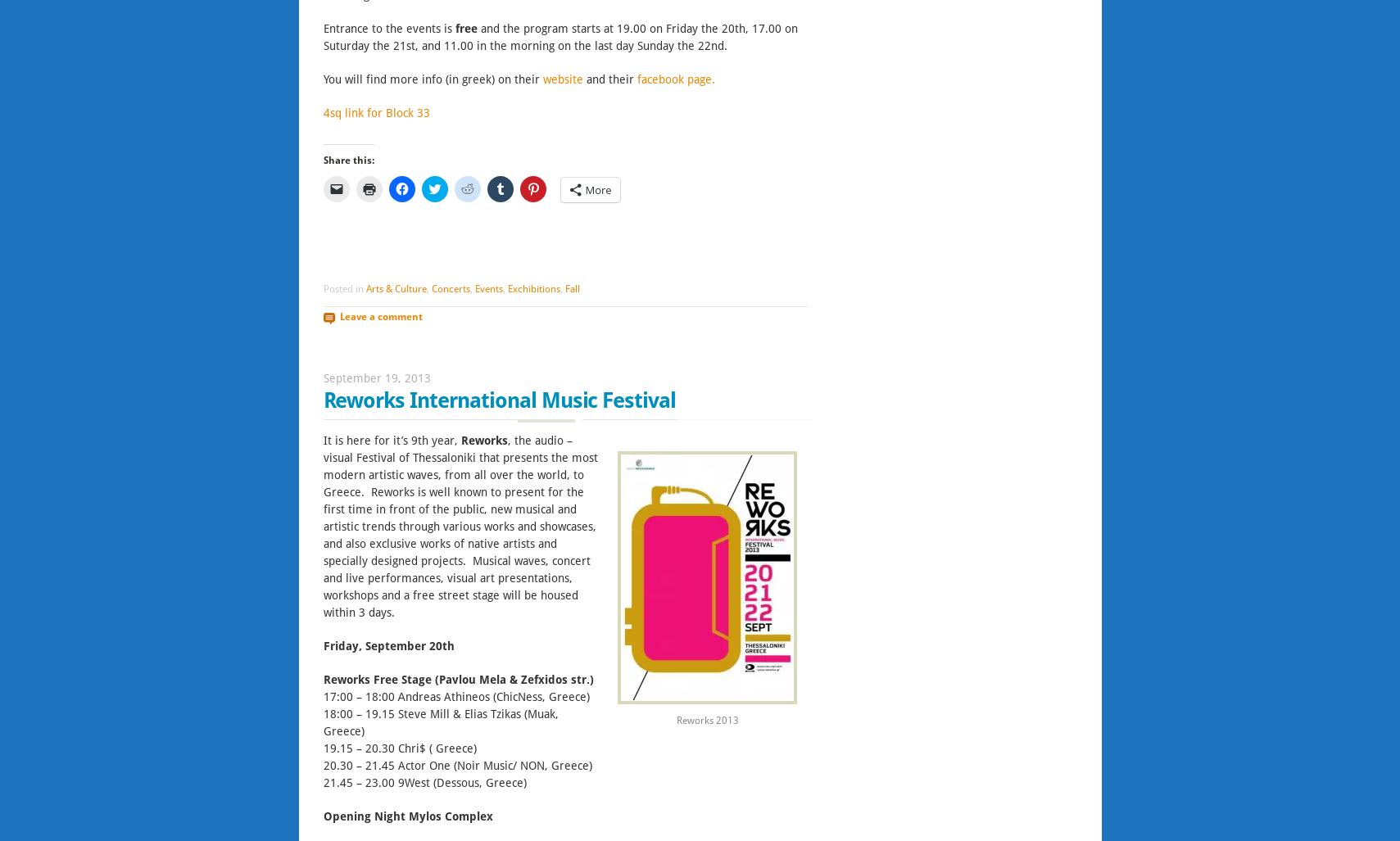 Image resolution: width=1400 pixels, height=841 pixels. What do you see at coordinates (559, 36) in the screenshot?
I see `'and the program starts at 19.00 on Friday the 20th, 17.00 on Suturday the 21st, and 11.00 in the morning on the last day Sunday the 22nd.'` at bounding box center [559, 36].